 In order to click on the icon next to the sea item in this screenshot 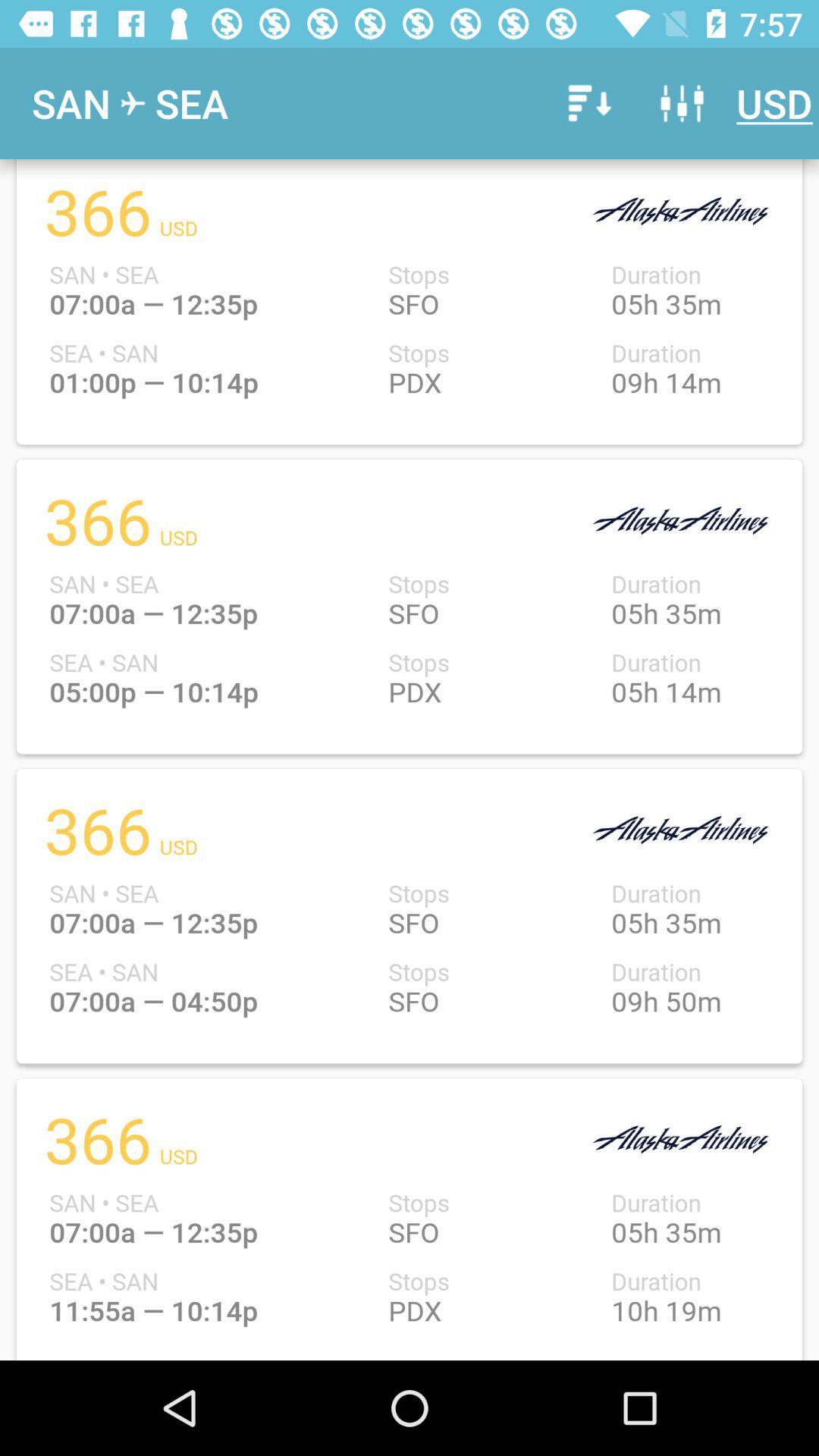, I will do `click(586, 102)`.